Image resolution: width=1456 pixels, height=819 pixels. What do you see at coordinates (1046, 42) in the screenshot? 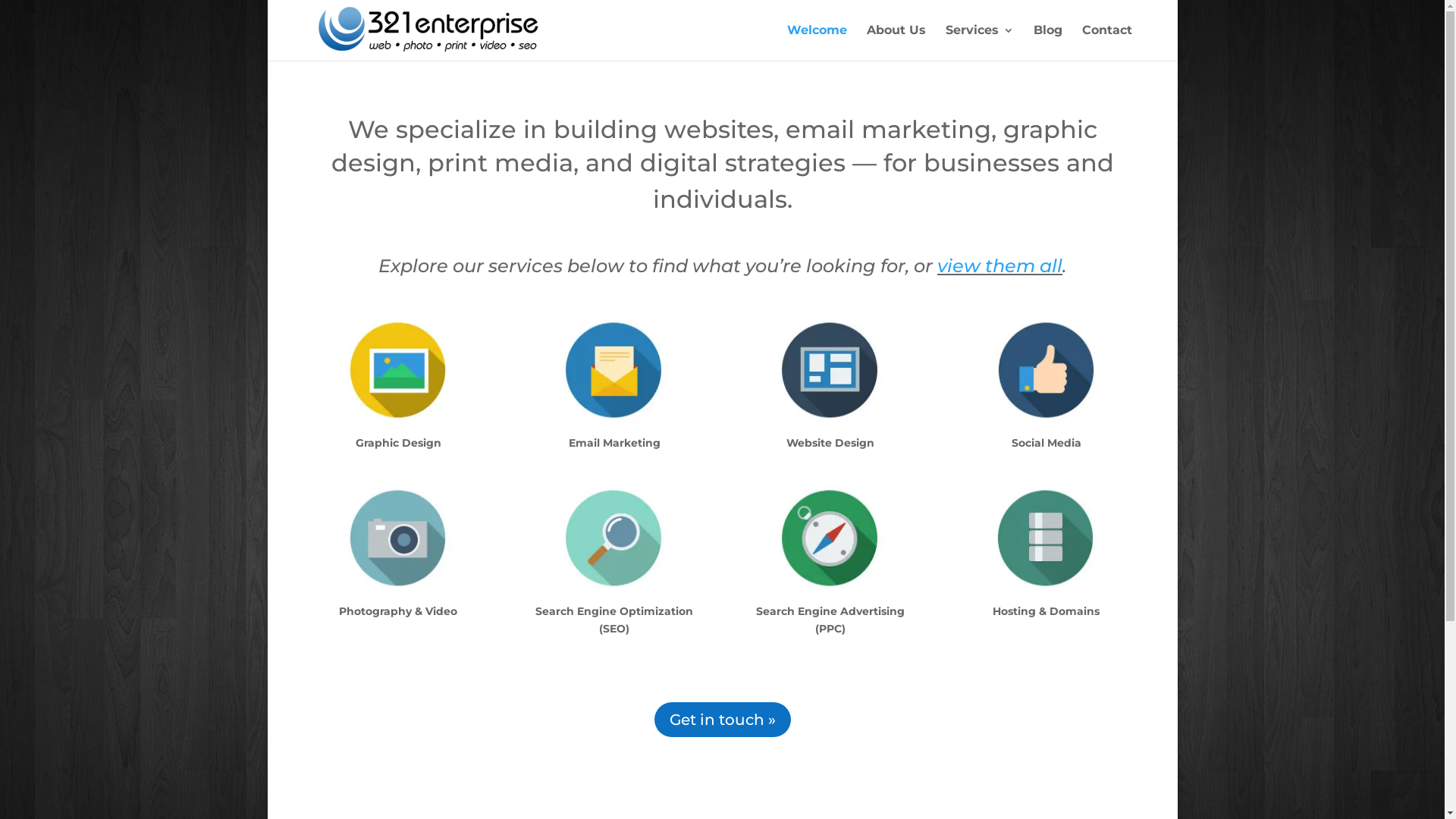
I see `'Blog'` at bounding box center [1046, 42].